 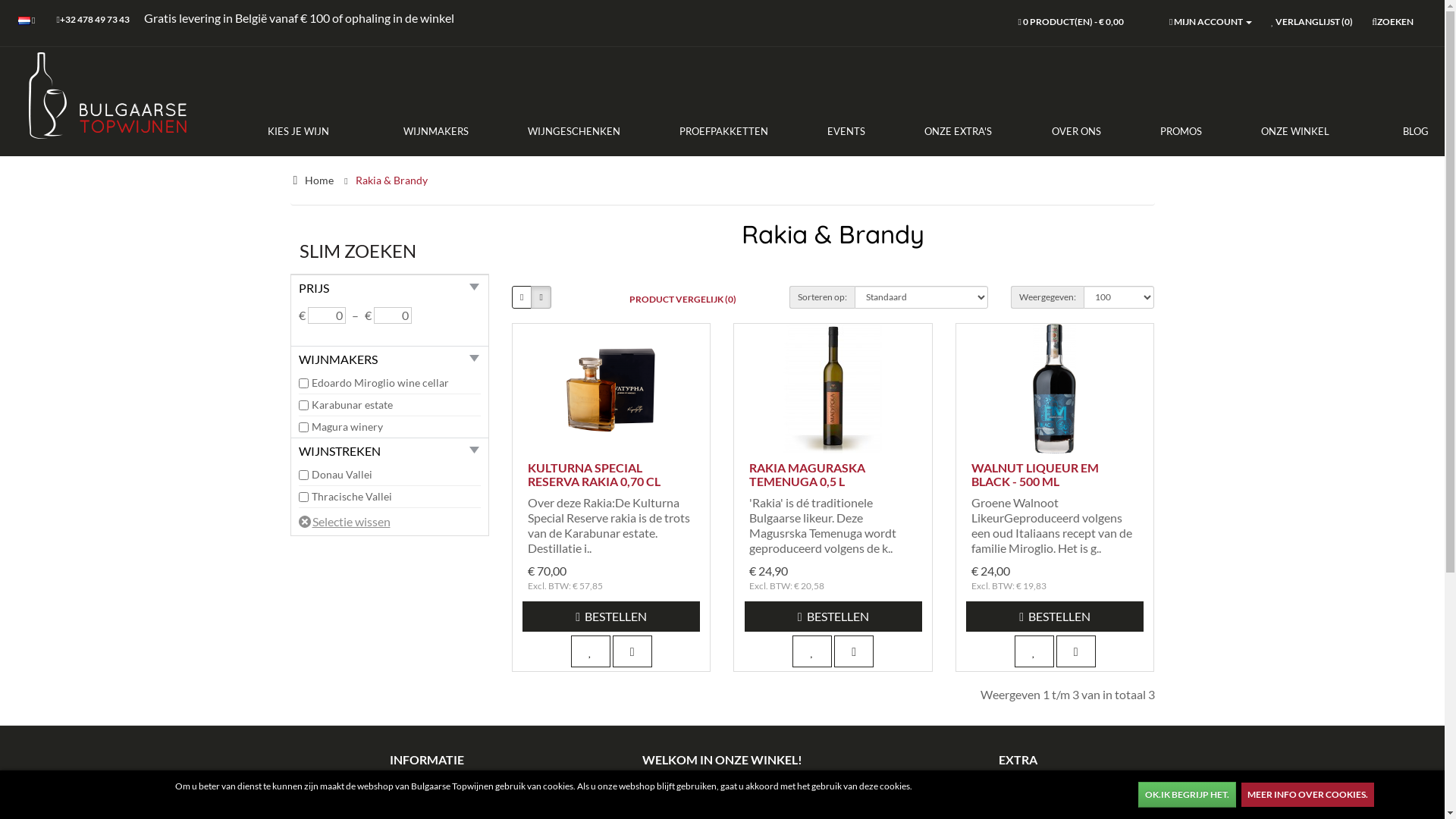 I want to click on '+32 478 49 73 43', so click(x=91, y=20).